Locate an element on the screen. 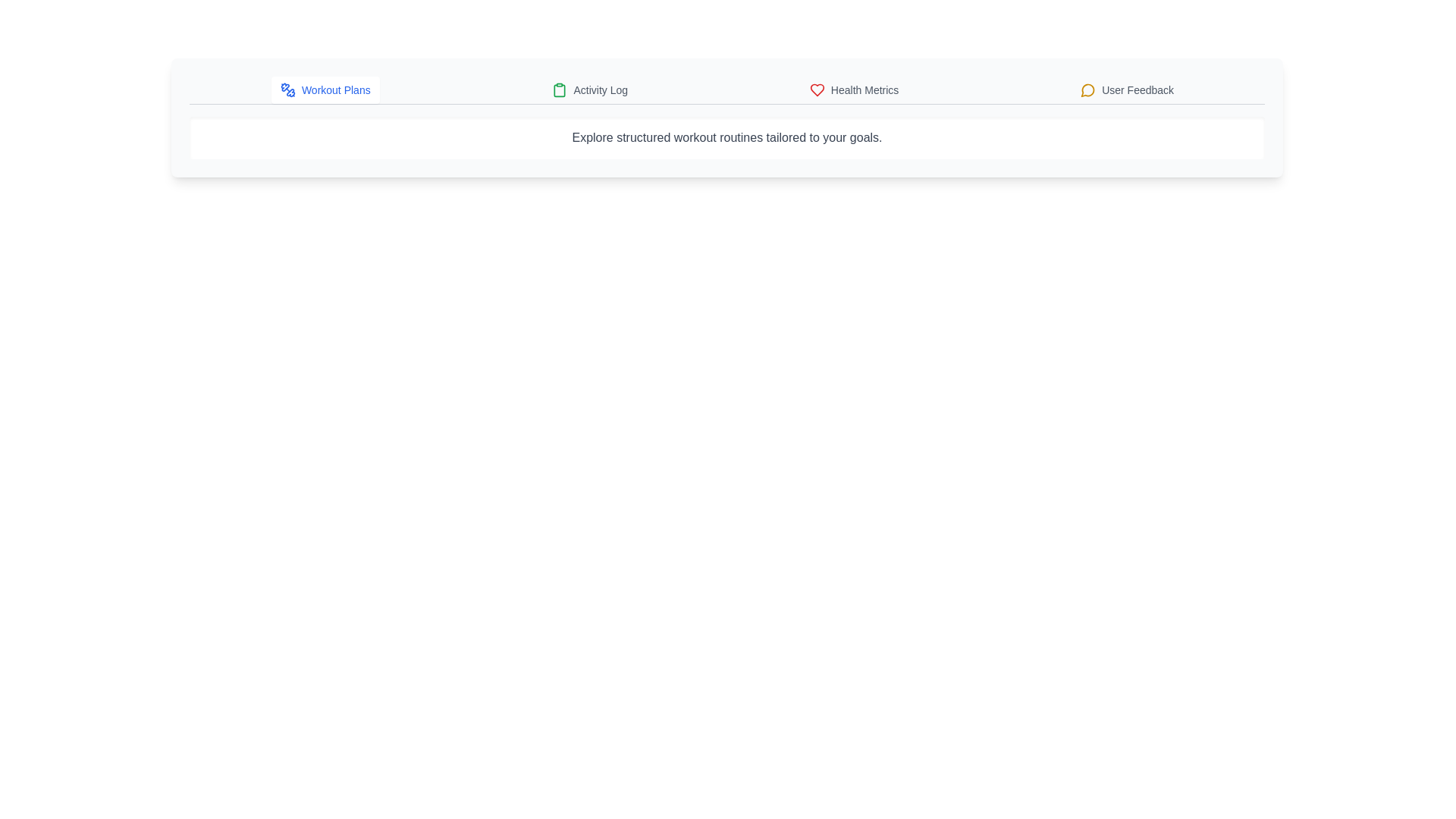  the 'Workout Plans' button, which features a dumbbell icon and blue text, to trigger visual feedback is located at coordinates (325, 90).